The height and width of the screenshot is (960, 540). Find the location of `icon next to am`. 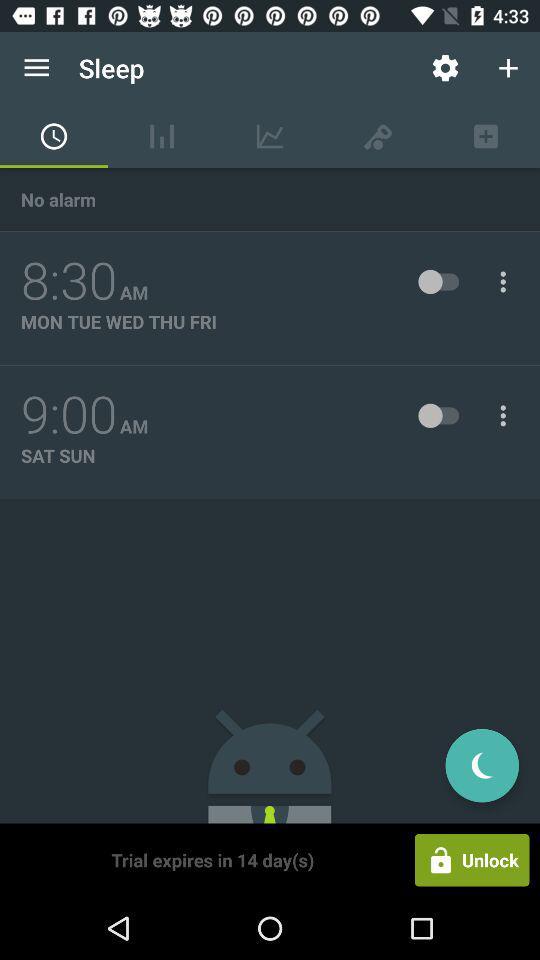

icon next to am is located at coordinates (68, 414).